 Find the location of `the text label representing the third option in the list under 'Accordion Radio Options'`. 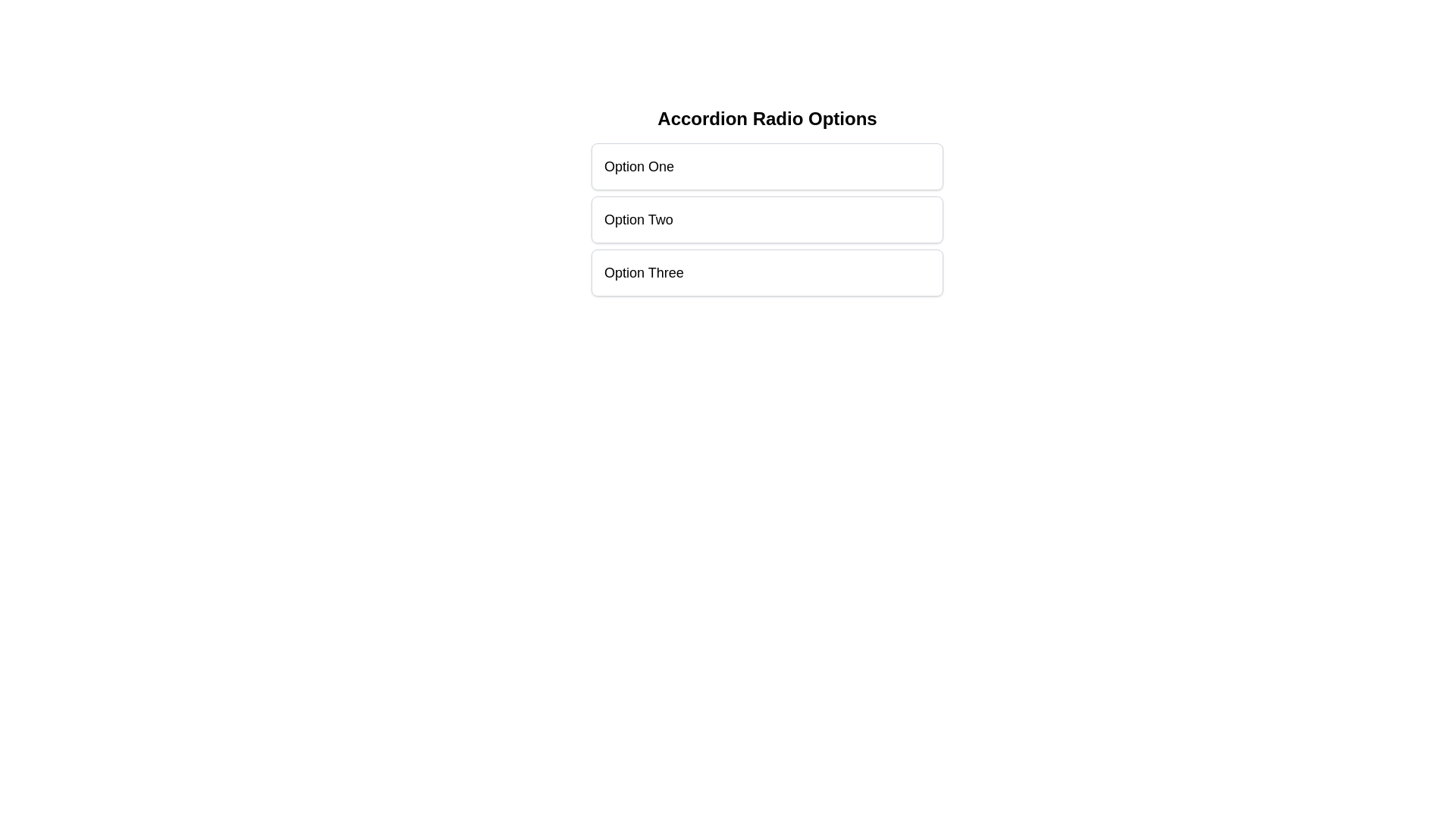

the text label representing the third option in the list under 'Accordion Radio Options' is located at coordinates (644, 271).